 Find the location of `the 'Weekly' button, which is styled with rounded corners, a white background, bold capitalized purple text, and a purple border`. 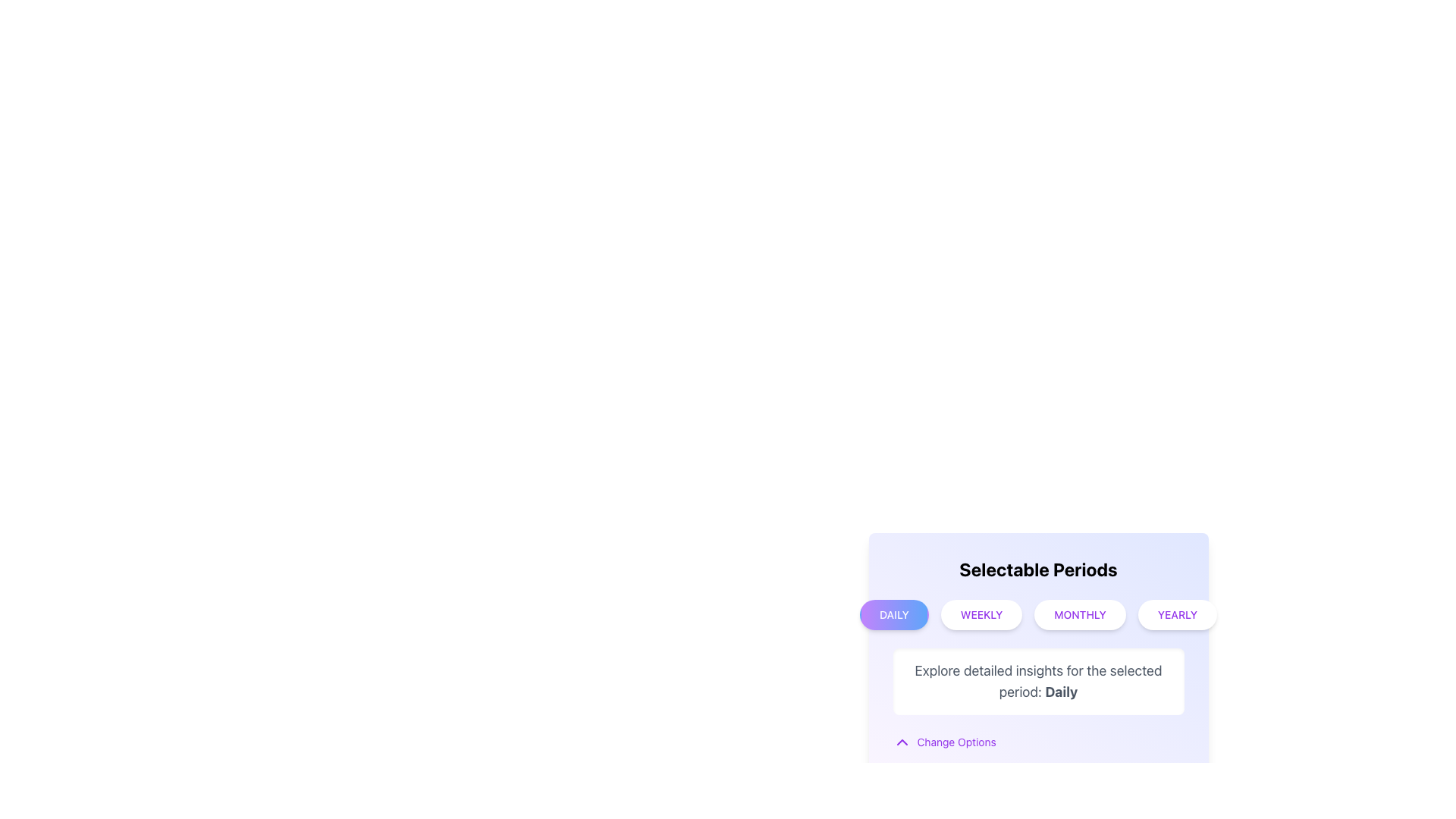

the 'Weekly' button, which is styled with rounded corners, a white background, bold capitalized purple text, and a purple border is located at coordinates (981, 614).